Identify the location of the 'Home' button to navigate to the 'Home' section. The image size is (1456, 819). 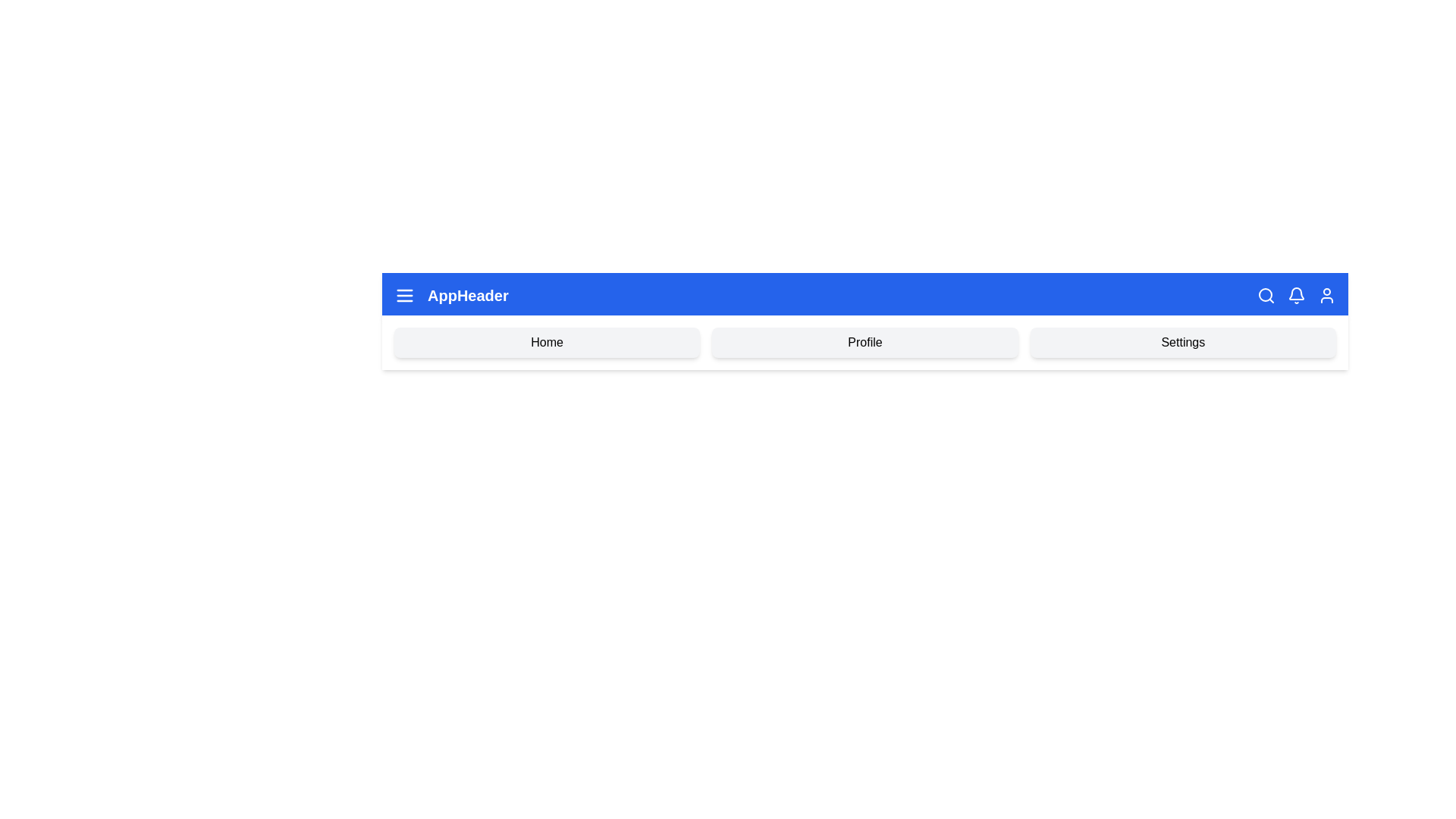
(546, 342).